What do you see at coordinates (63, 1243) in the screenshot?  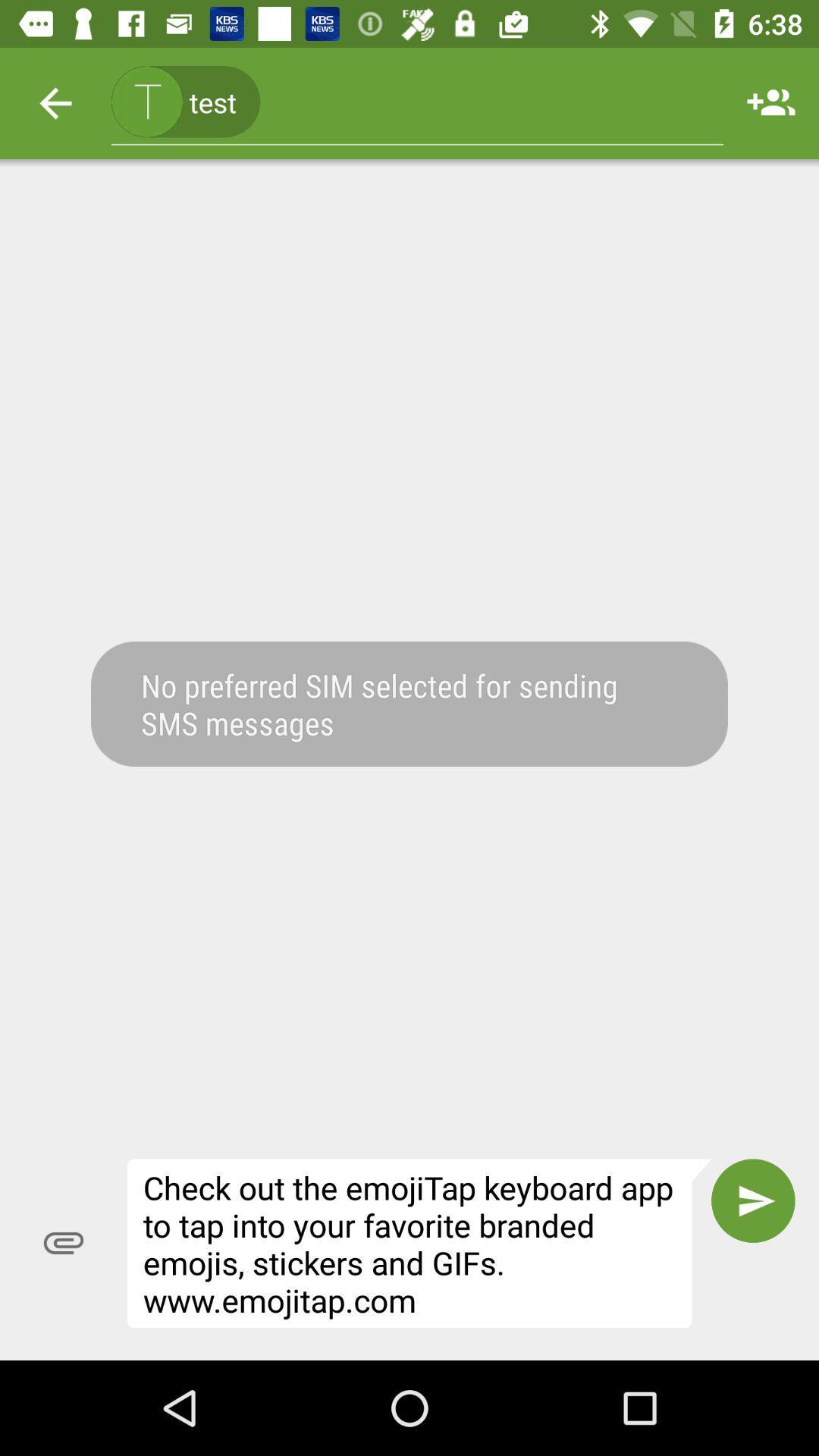 I see `the icon at the bottom left corner` at bounding box center [63, 1243].